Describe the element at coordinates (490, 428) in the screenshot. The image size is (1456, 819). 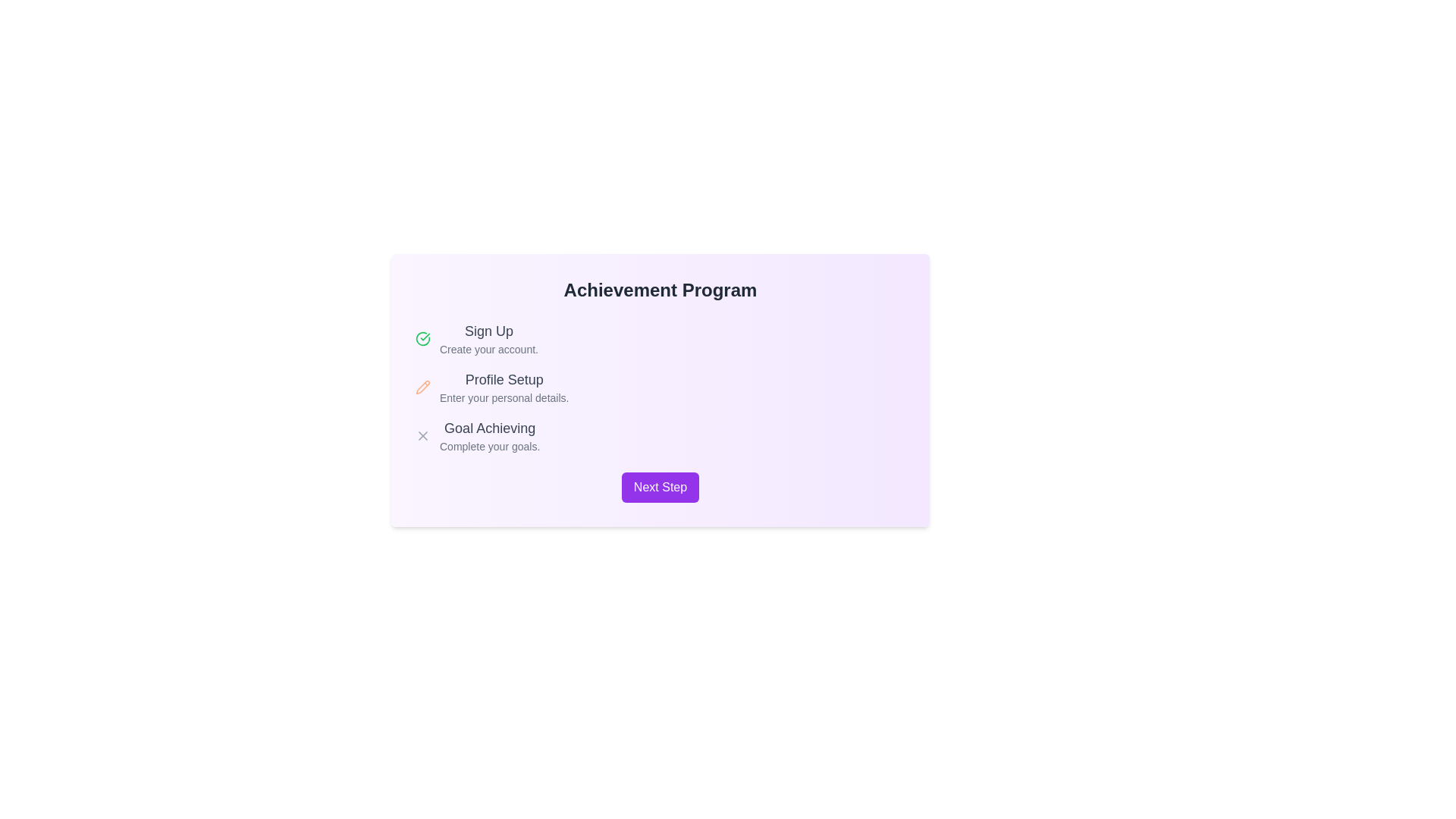
I see `the 'Goal Achieving' text label, which is the third item in a vertical list on the left side of the interface, styled in a larger gray font` at that location.